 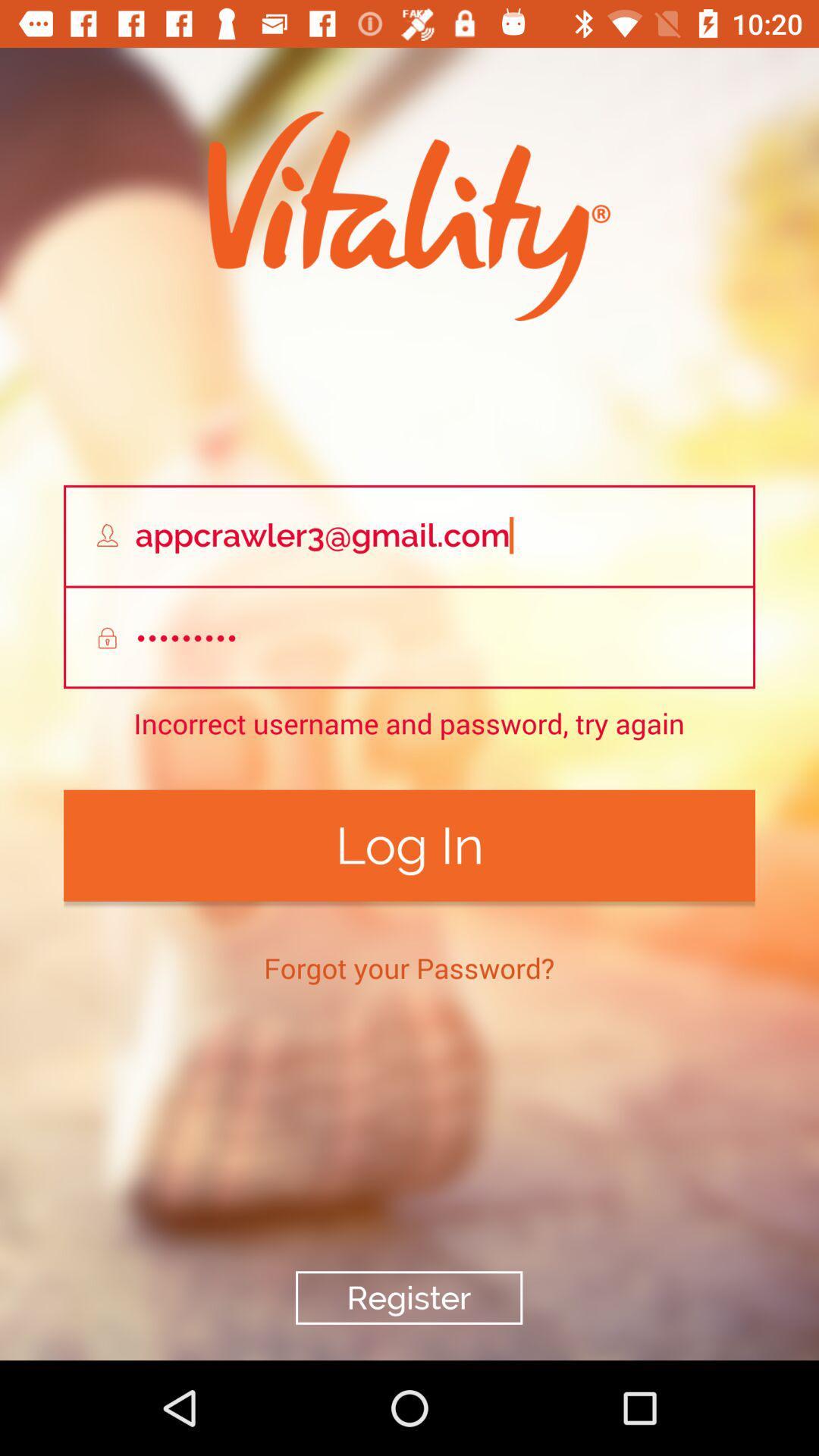 What do you see at coordinates (409, 638) in the screenshot?
I see `the item above incorrect username and icon` at bounding box center [409, 638].